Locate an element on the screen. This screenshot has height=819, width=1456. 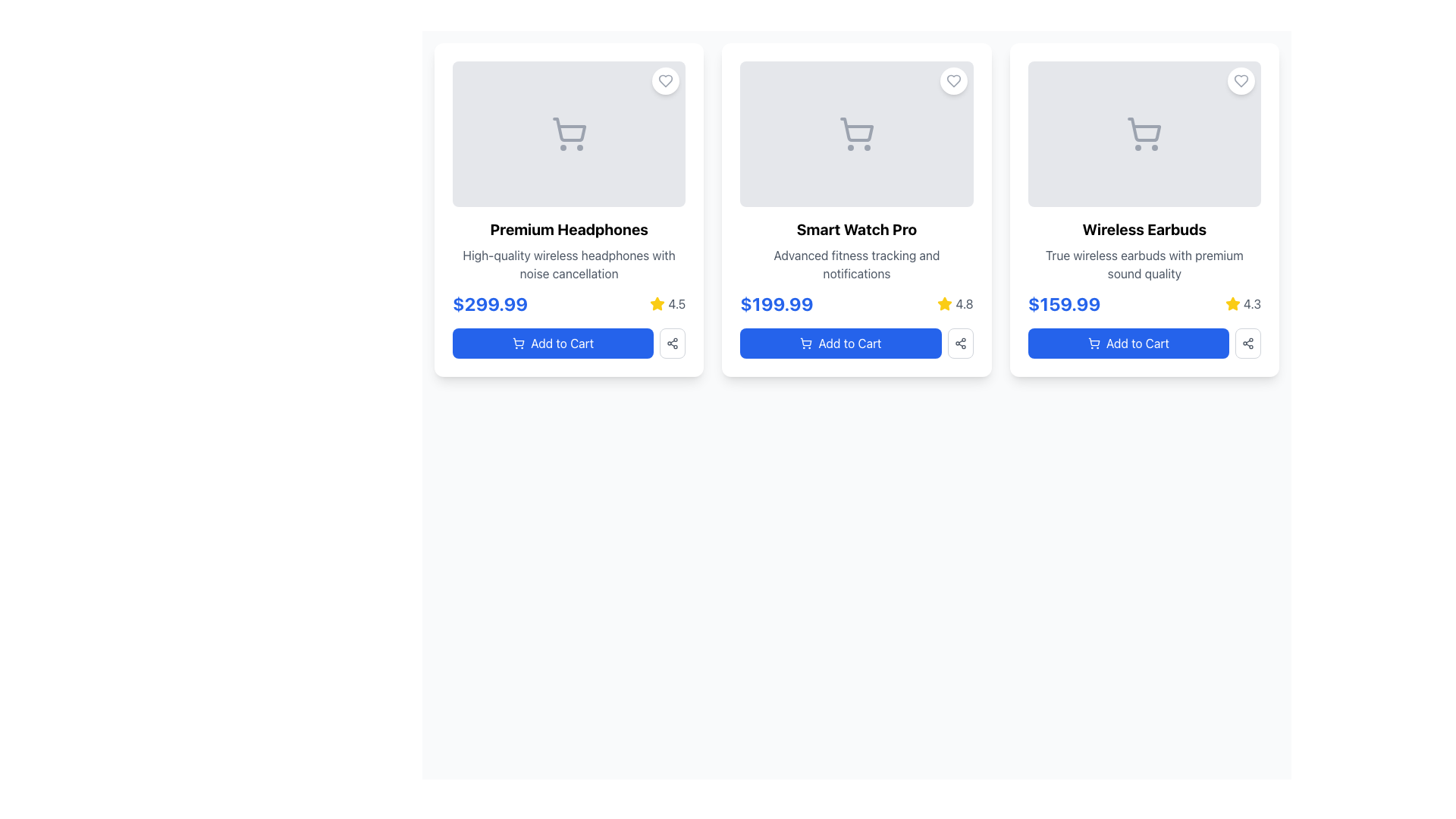
the SVG-based shopping cart icon located on the left side of the 'Add to Cart' button beneath the 'Wireless Earbuds' product listing is located at coordinates (1094, 343).